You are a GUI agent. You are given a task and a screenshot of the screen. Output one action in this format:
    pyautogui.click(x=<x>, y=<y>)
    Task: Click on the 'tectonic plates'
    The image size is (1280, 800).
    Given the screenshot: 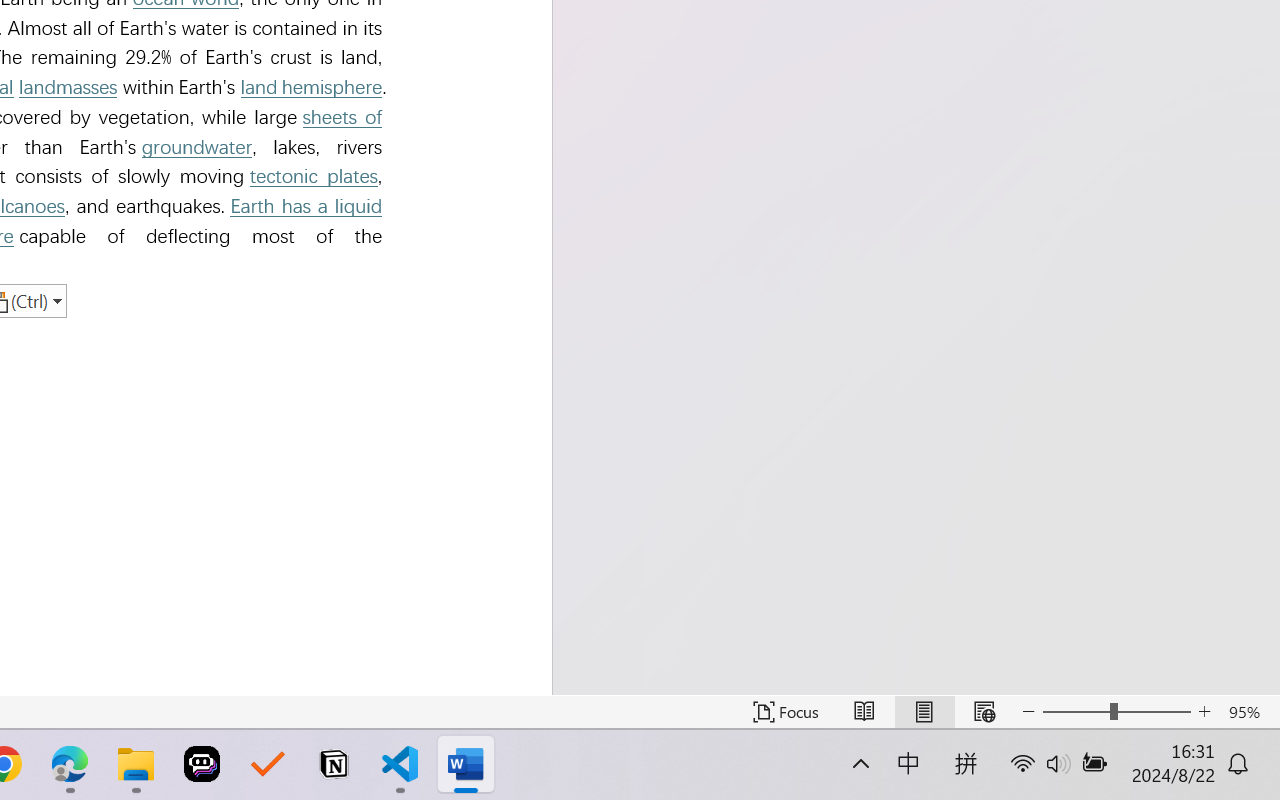 What is the action you would take?
    pyautogui.click(x=312, y=175)
    